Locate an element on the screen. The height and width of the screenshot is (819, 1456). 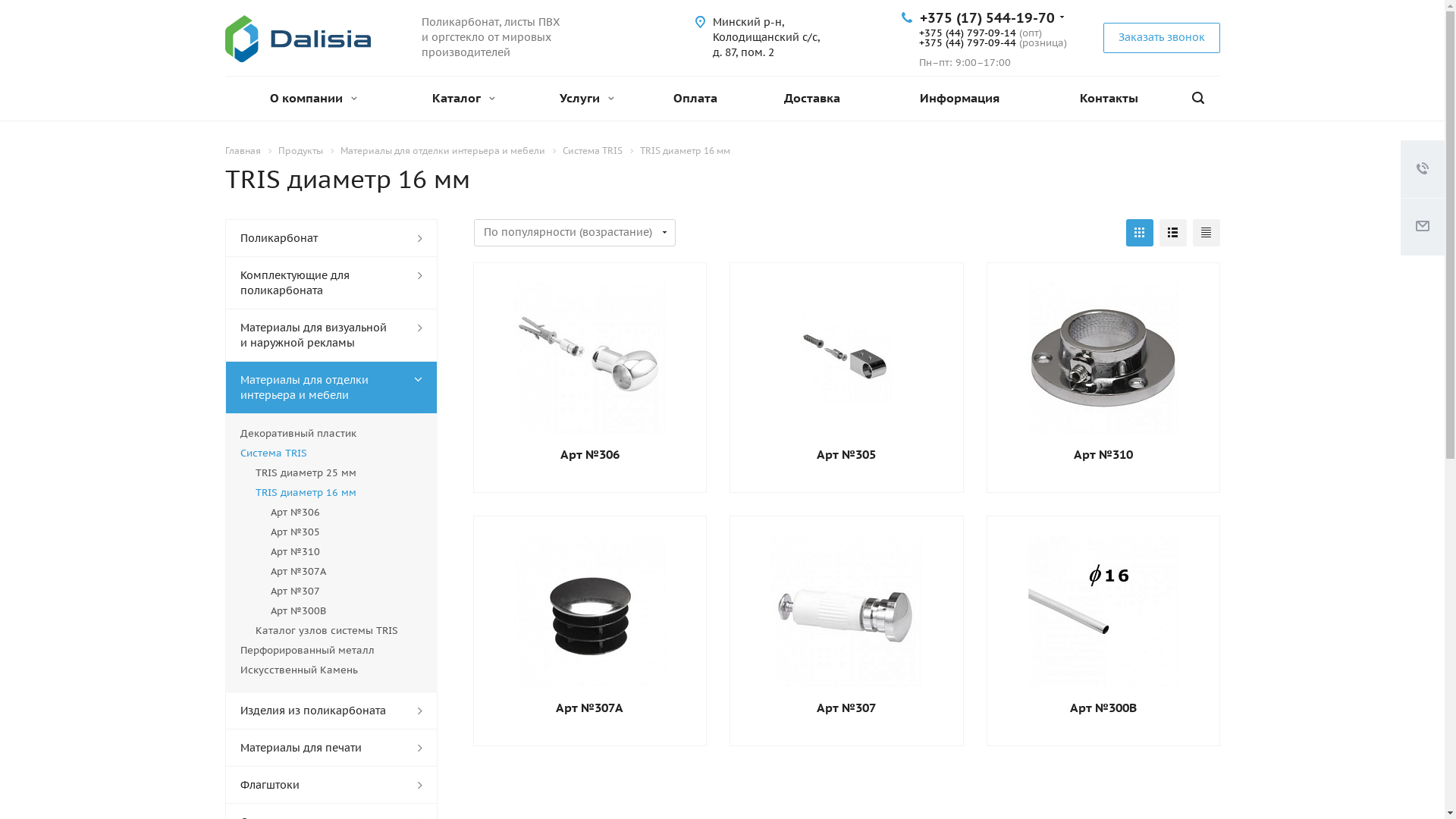
'+375 (44) 797-09-14' is located at coordinates (967, 33).